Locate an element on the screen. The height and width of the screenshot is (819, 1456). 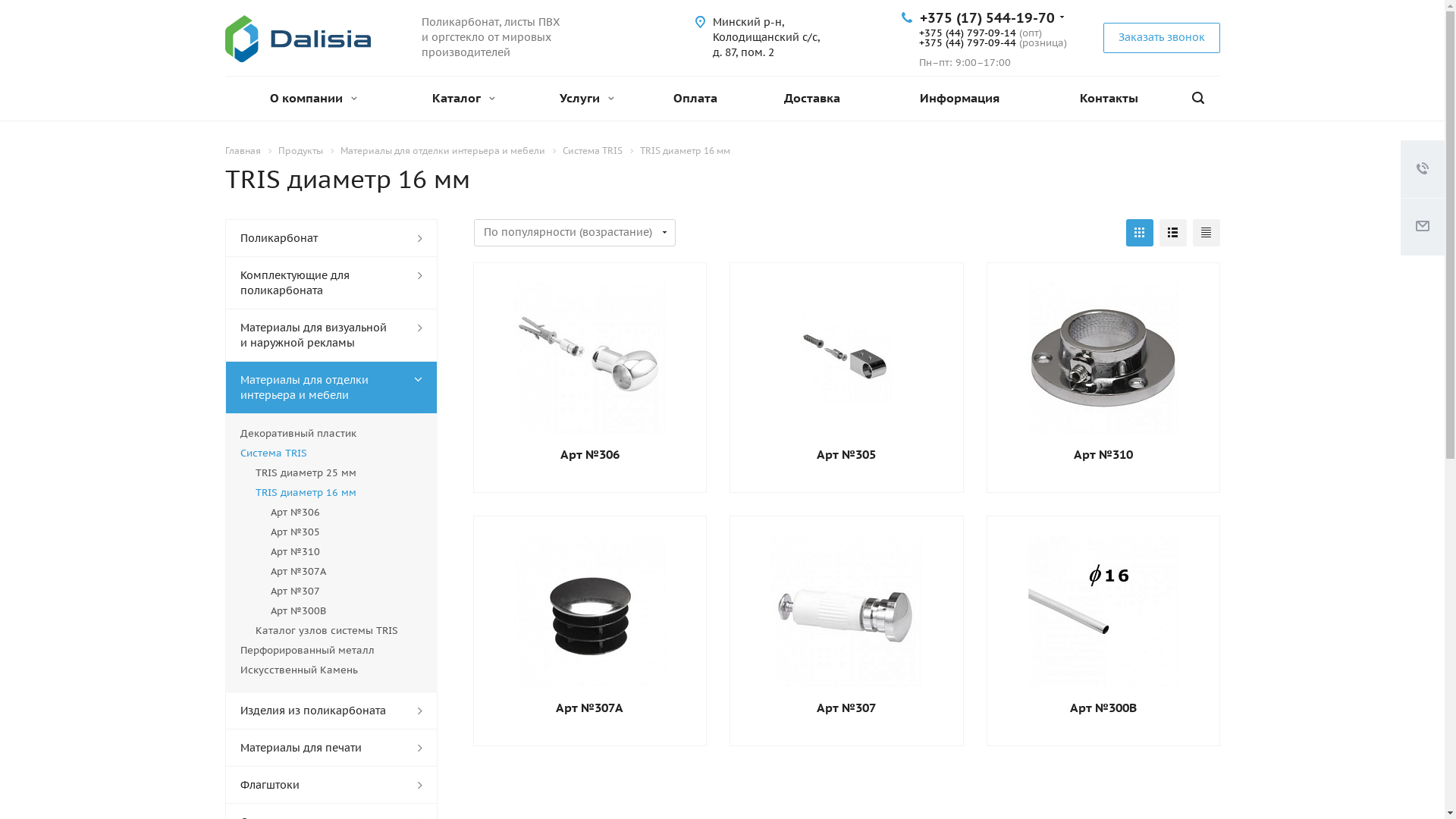
'+375 (44) 797-09-14' is located at coordinates (967, 33).